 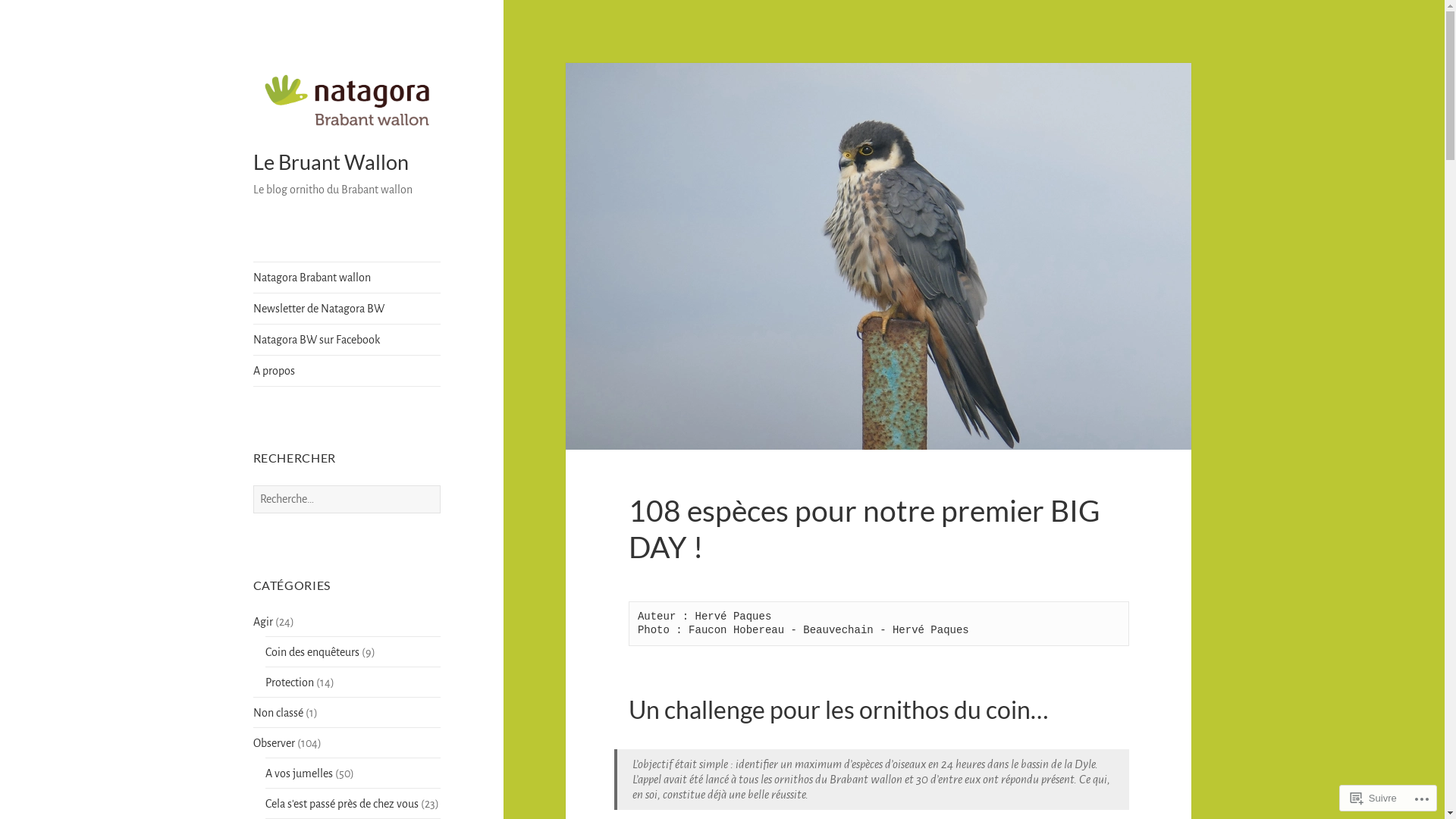 I want to click on 'Protection', so click(x=290, y=681).